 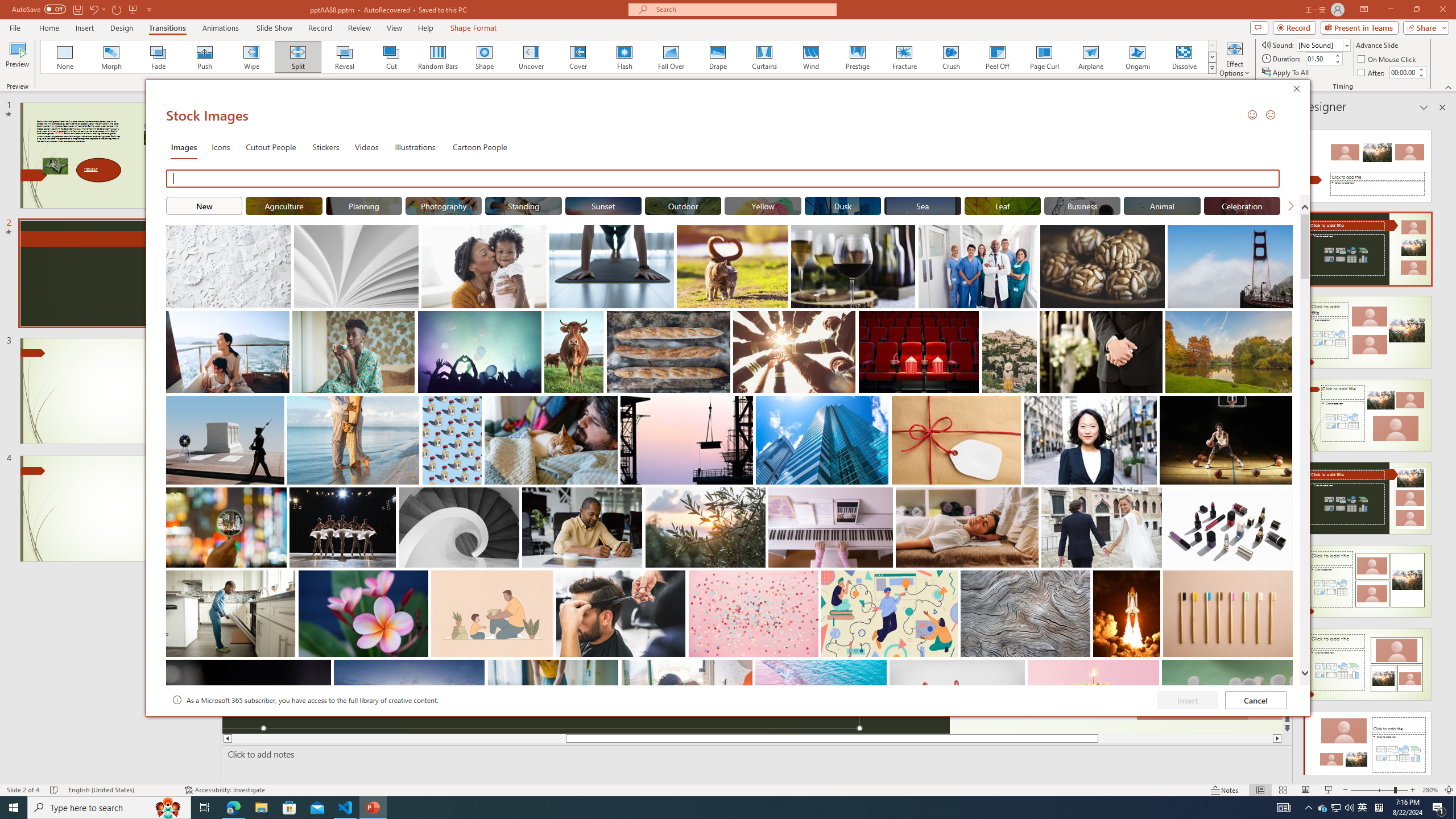 What do you see at coordinates (65, 56) in the screenshot?
I see `'None'` at bounding box center [65, 56].